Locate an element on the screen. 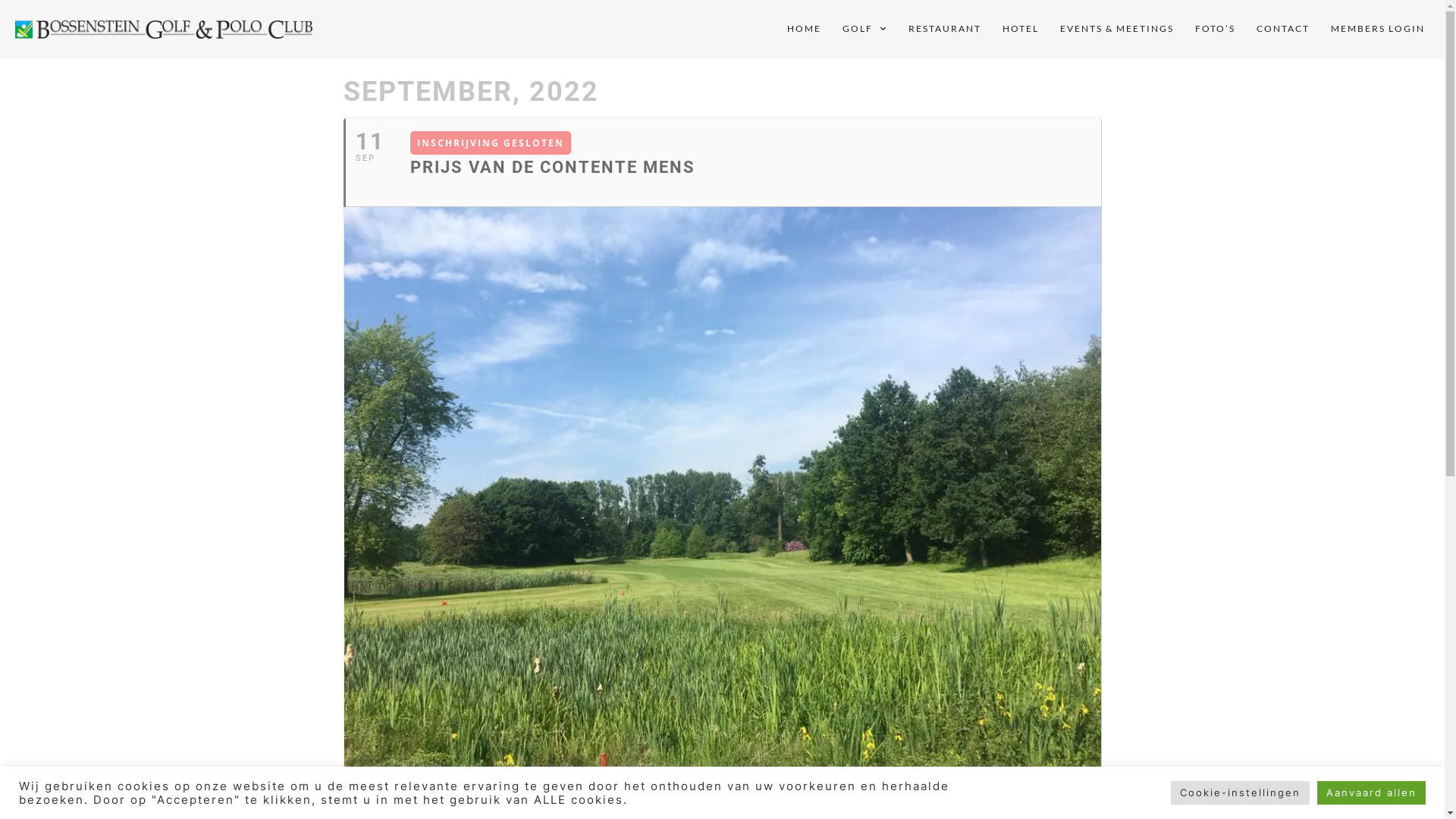  'HOME' is located at coordinates (803, 29).